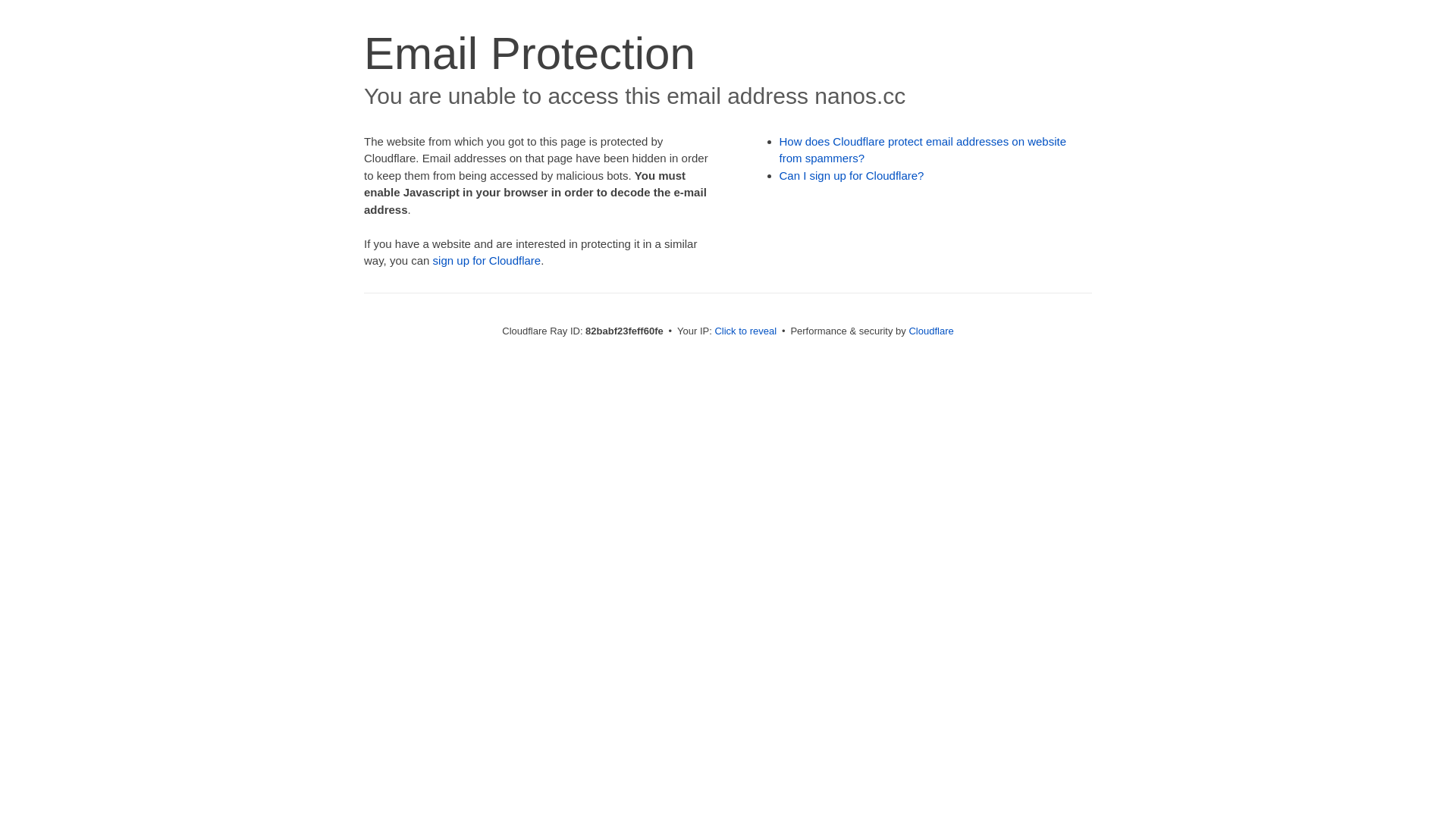  What do you see at coordinates (487, 259) in the screenshot?
I see `'sign up for Cloudflare'` at bounding box center [487, 259].